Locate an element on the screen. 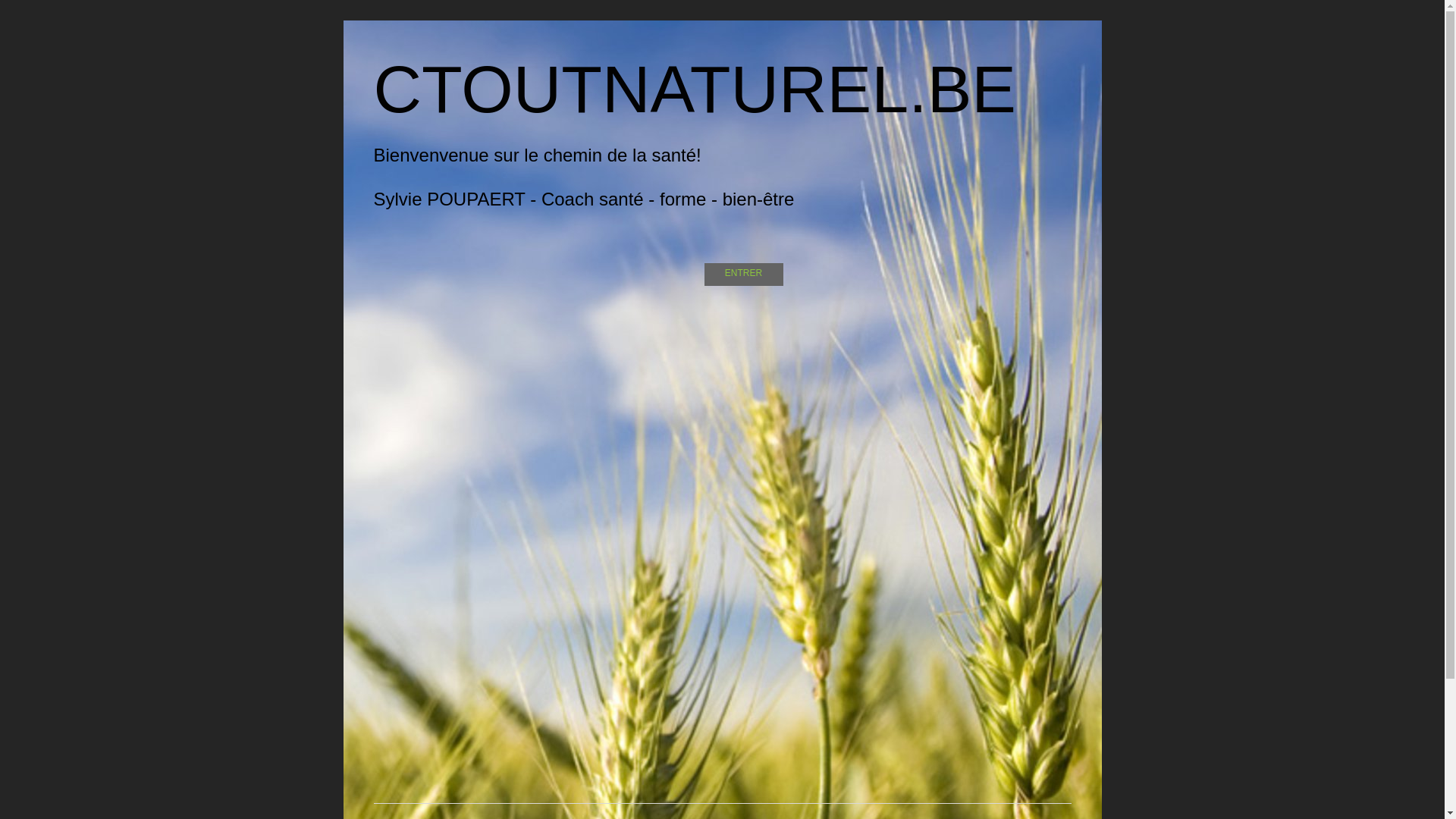 The height and width of the screenshot is (819, 1456). 'ENTRER' is located at coordinates (743, 271).